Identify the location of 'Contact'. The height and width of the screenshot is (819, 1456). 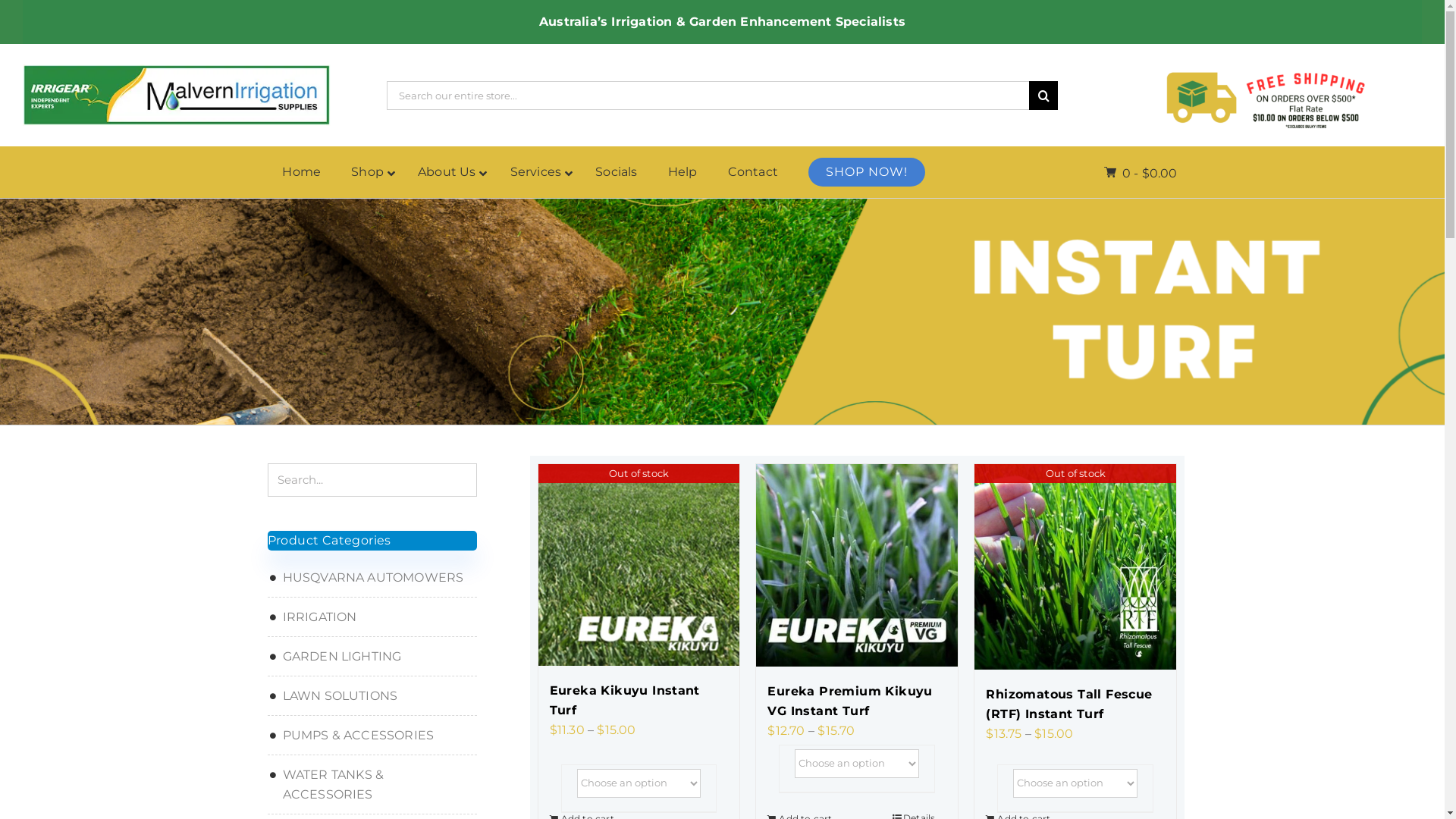
(753, 171).